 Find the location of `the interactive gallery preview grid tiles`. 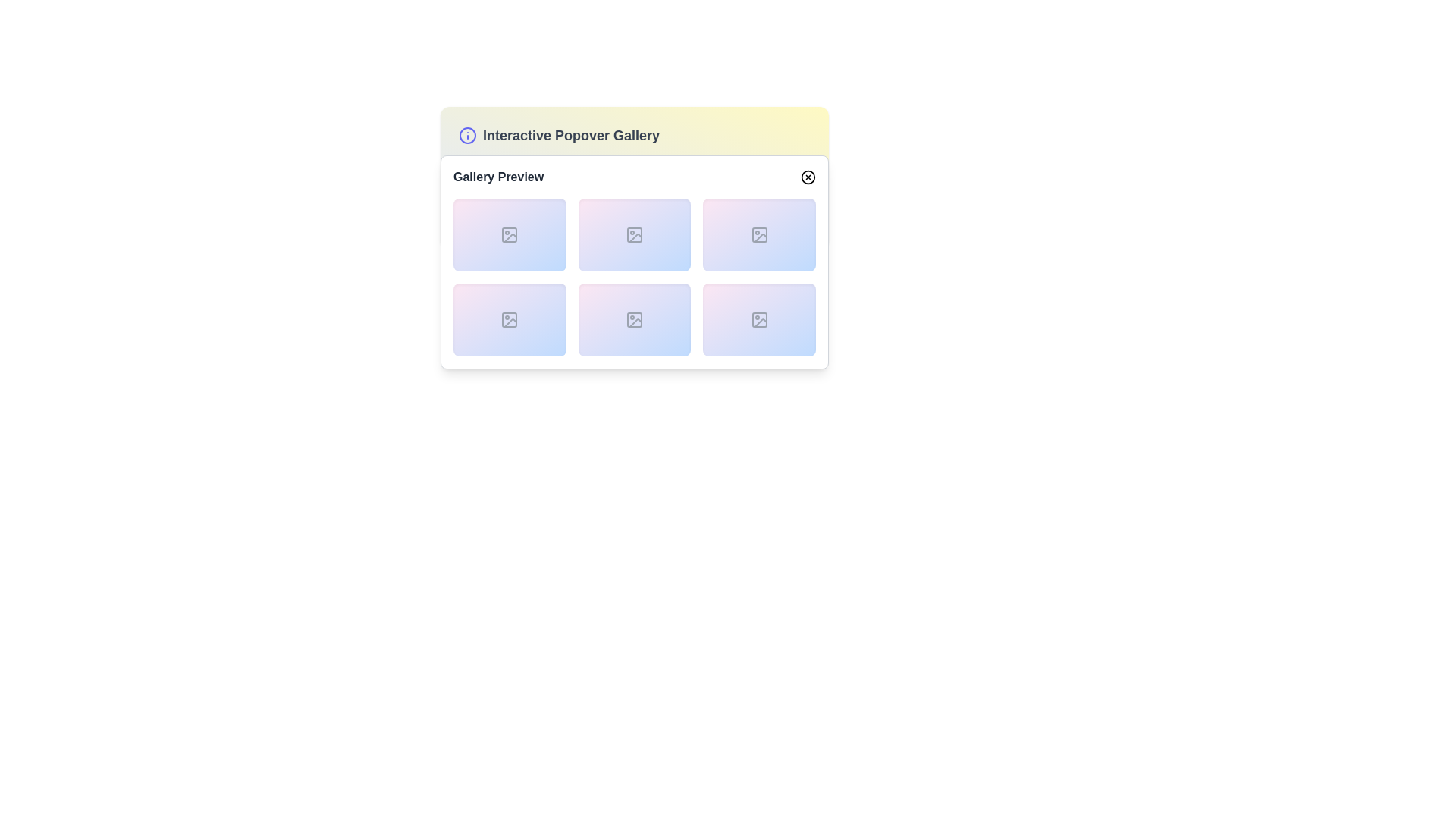

the interactive gallery preview grid tiles is located at coordinates (634, 278).